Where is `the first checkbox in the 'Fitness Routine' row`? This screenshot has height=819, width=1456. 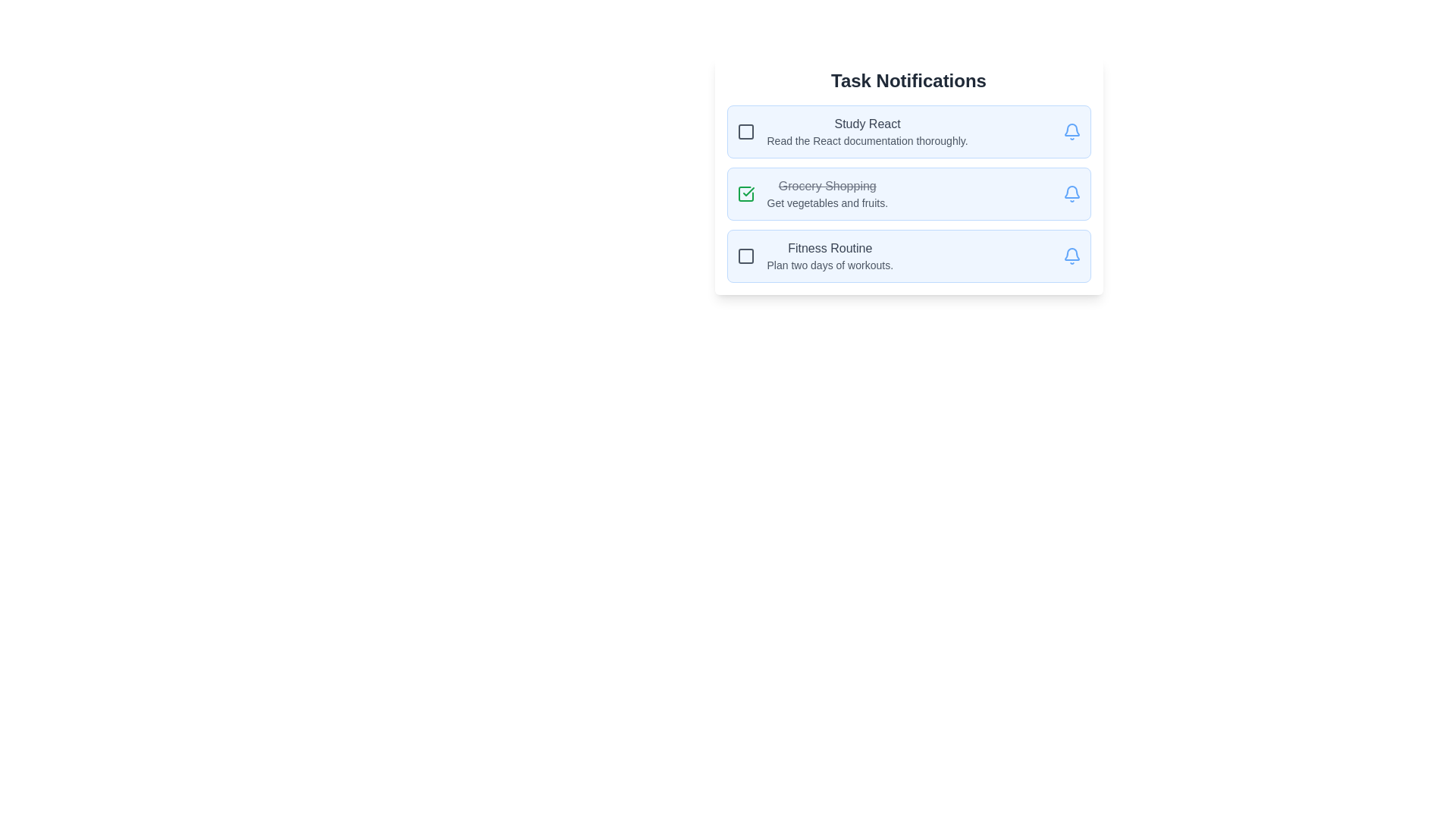 the first checkbox in the 'Fitness Routine' row is located at coordinates (745, 256).